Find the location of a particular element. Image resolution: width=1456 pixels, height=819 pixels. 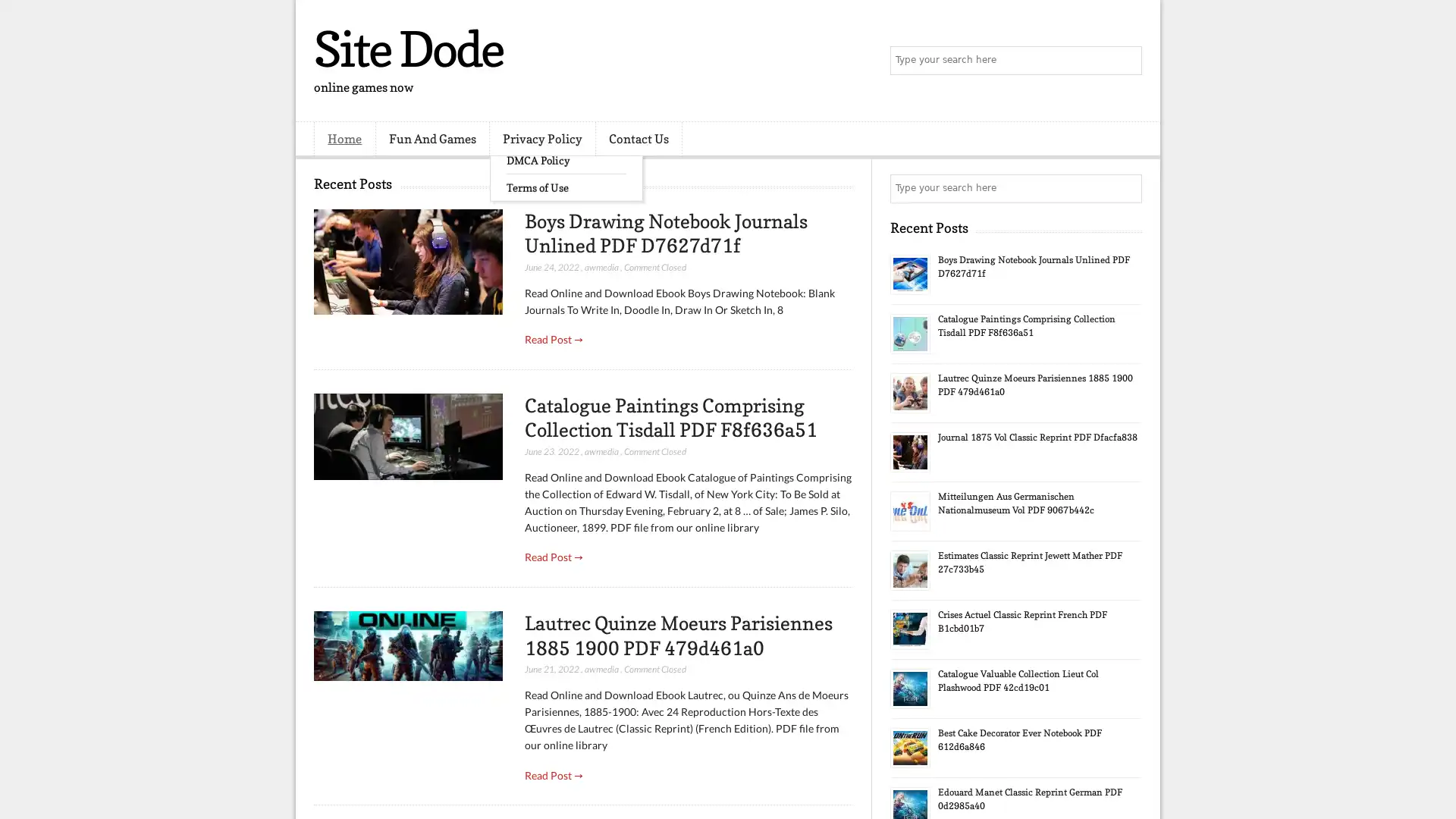

Search is located at coordinates (1126, 188).